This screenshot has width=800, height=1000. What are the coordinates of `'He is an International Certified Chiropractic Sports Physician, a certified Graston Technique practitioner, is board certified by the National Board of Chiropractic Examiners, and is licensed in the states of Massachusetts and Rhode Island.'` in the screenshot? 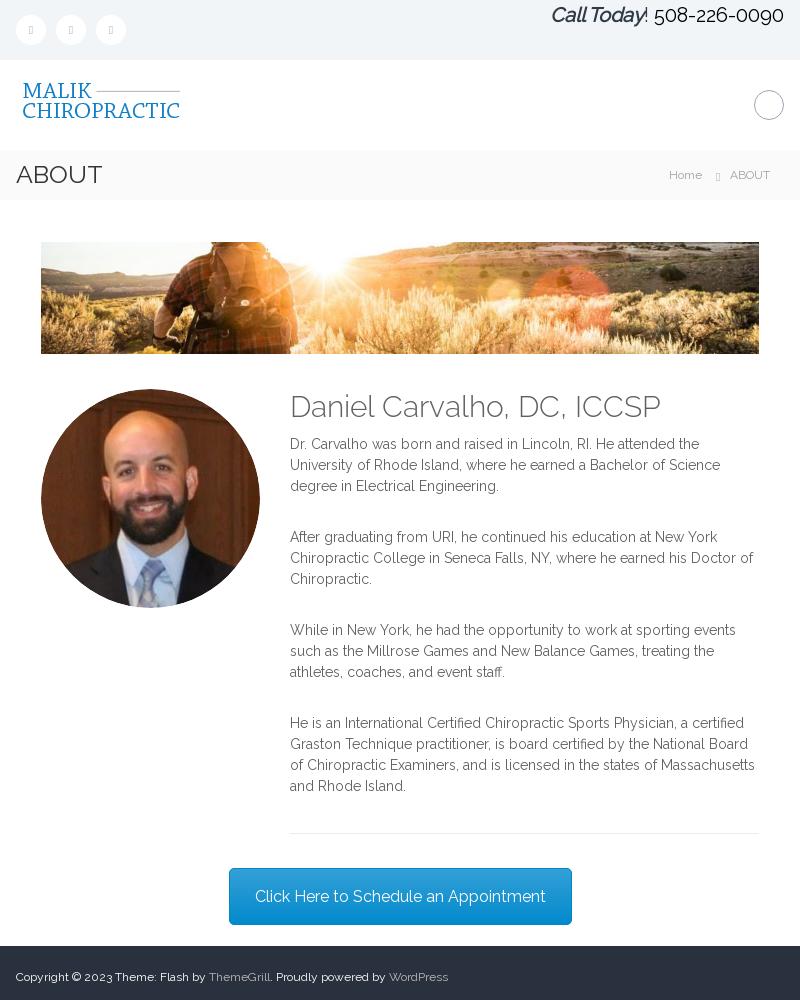 It's located at (290, 753).